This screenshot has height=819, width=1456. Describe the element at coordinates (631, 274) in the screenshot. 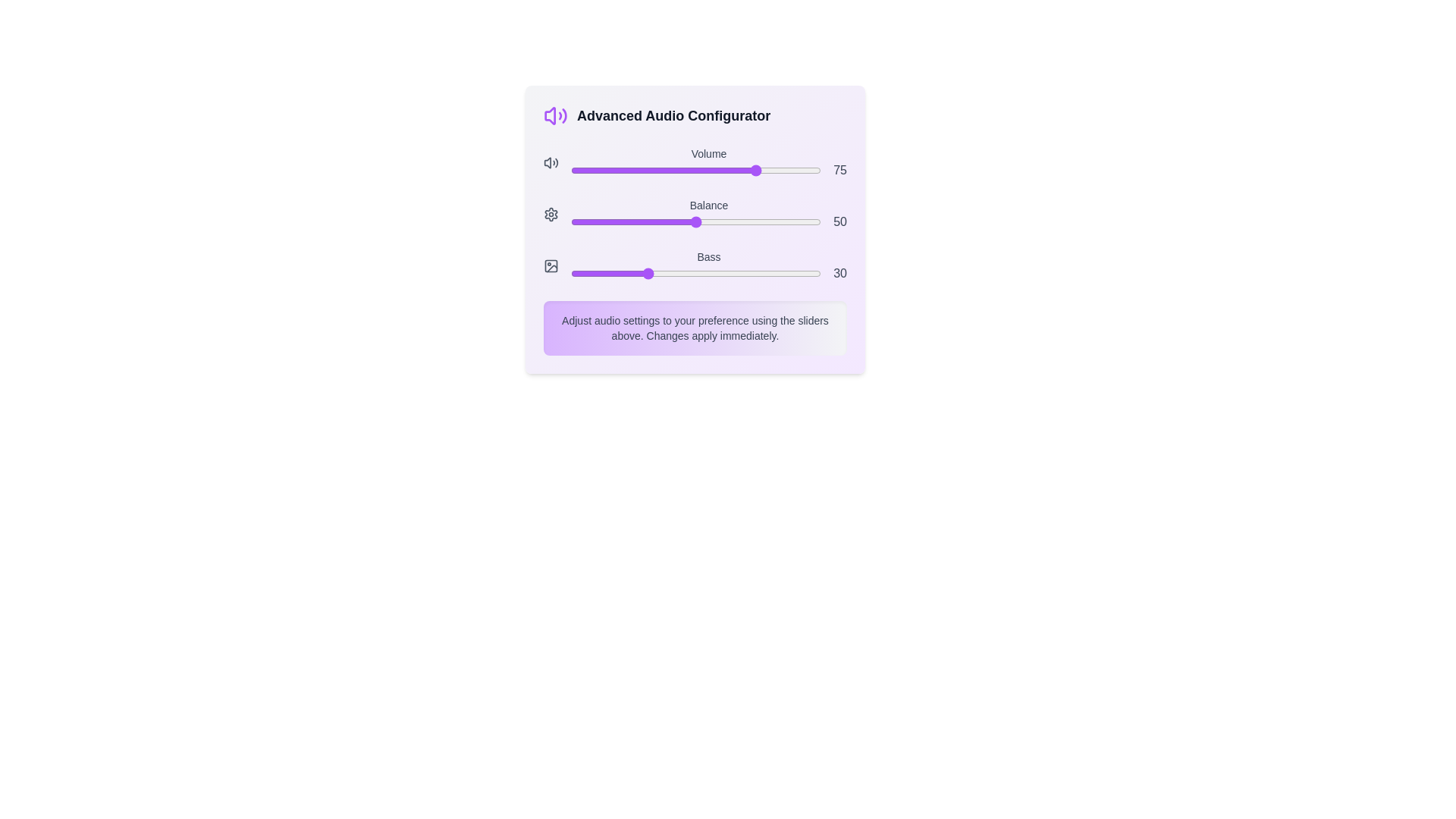

I see `the Bass slider to 24` at that location.